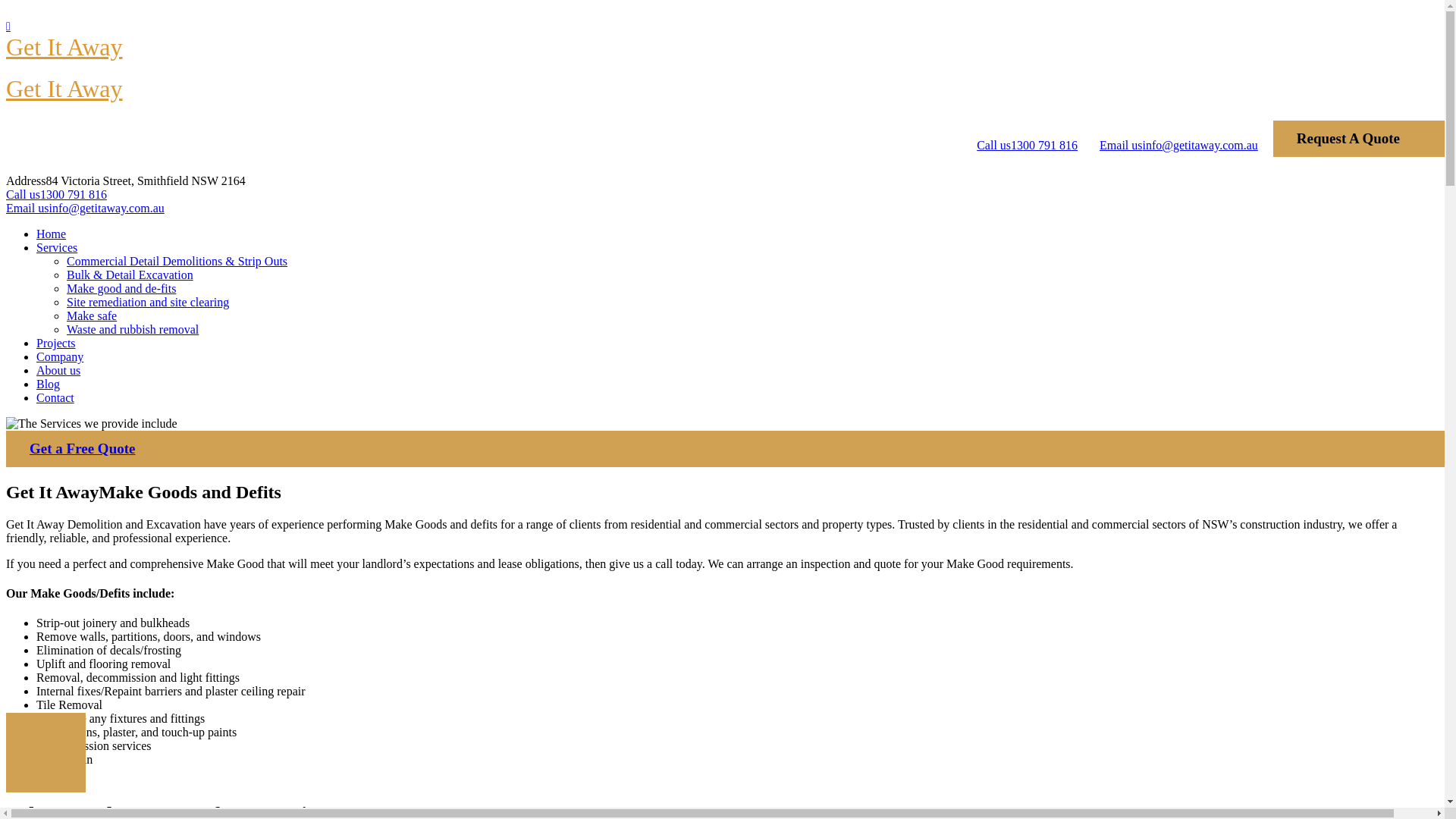  What do you see at coordinates (63, 88) in the screenshot?
I see `'Get It Away'` at bounding box center [63, 88].